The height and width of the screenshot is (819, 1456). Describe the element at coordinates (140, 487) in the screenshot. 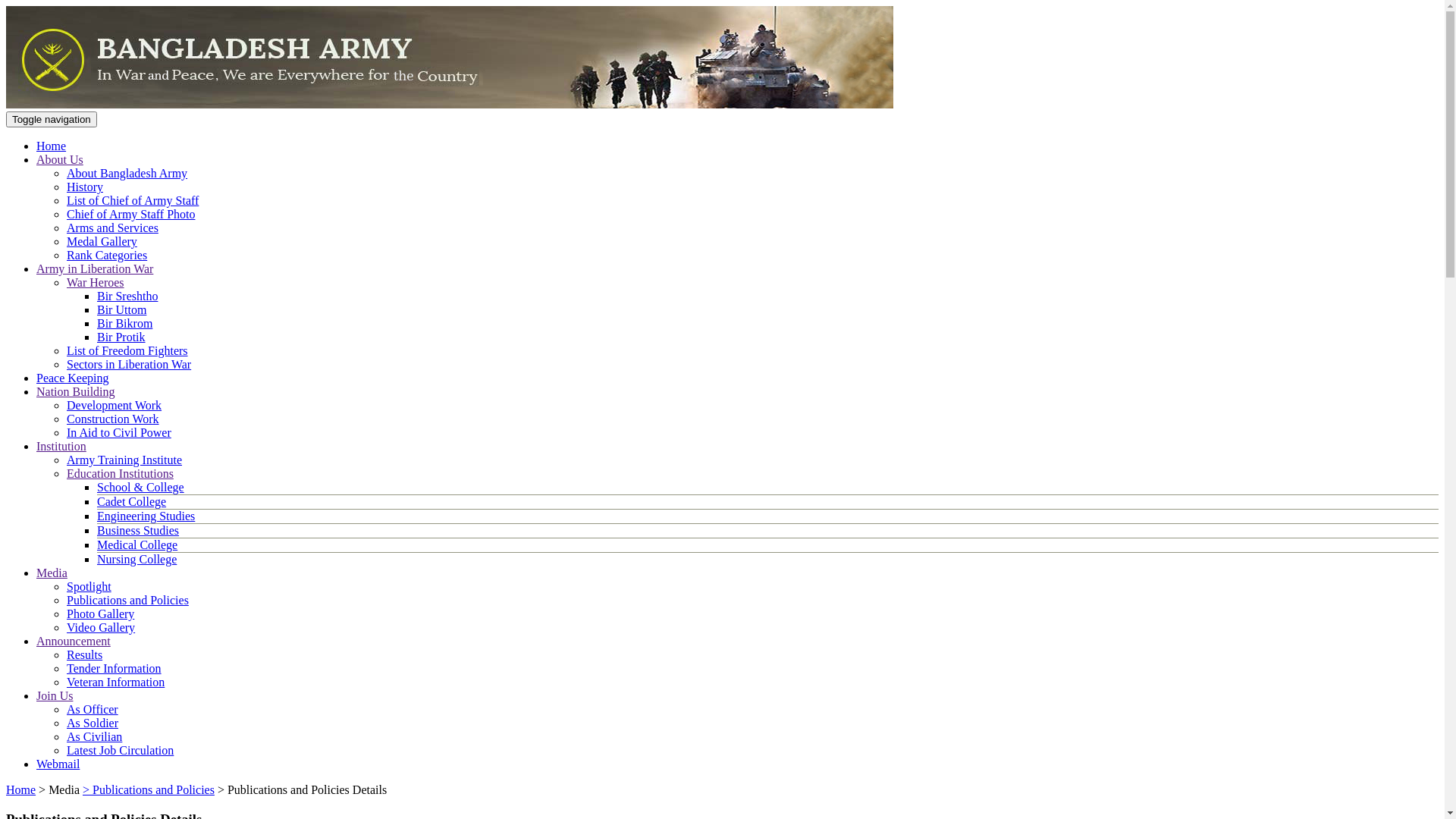

I see `'School & College'` at that location.